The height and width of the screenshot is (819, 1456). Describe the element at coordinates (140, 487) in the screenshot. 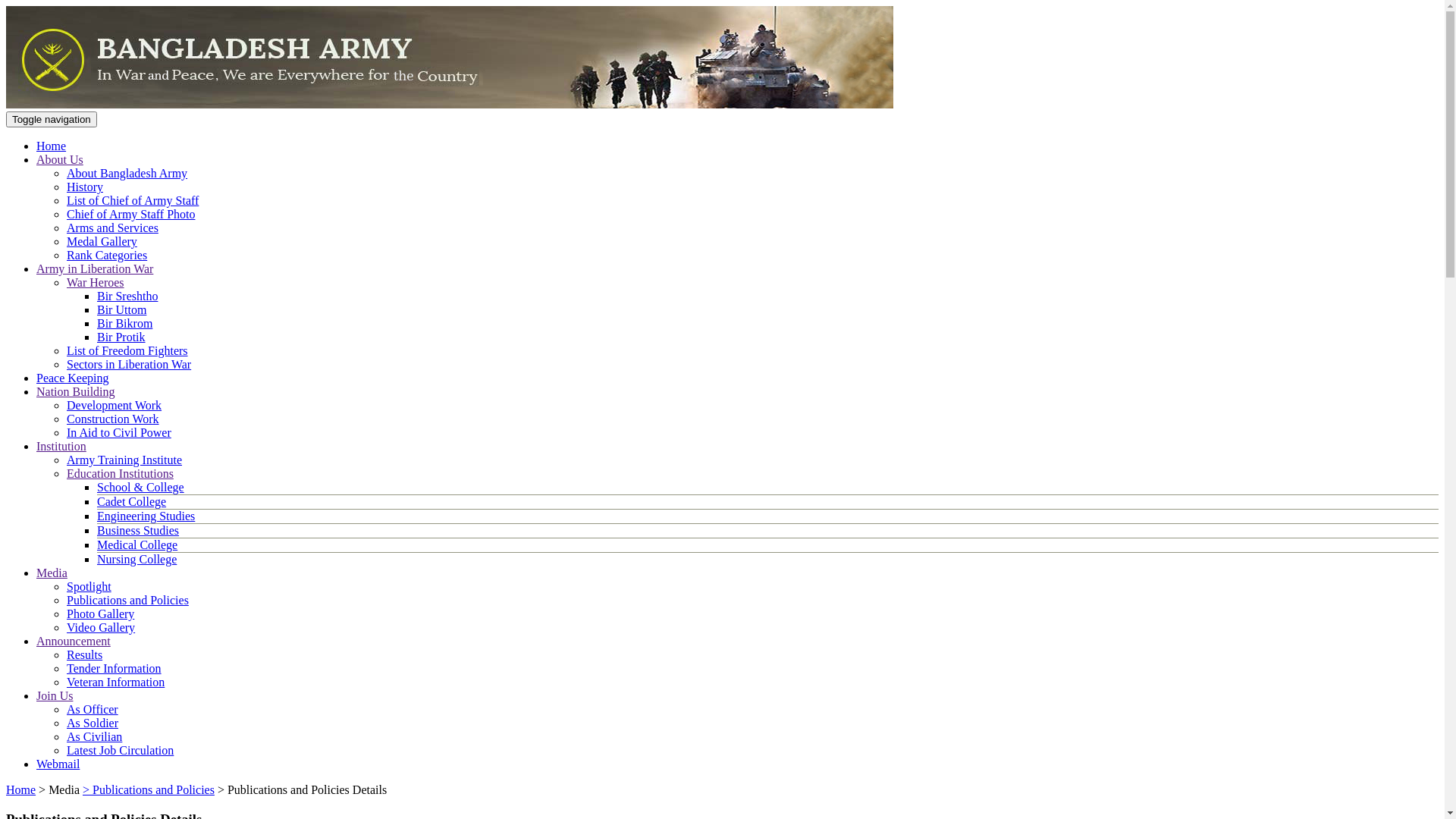

I see `'School & College'` at that location.